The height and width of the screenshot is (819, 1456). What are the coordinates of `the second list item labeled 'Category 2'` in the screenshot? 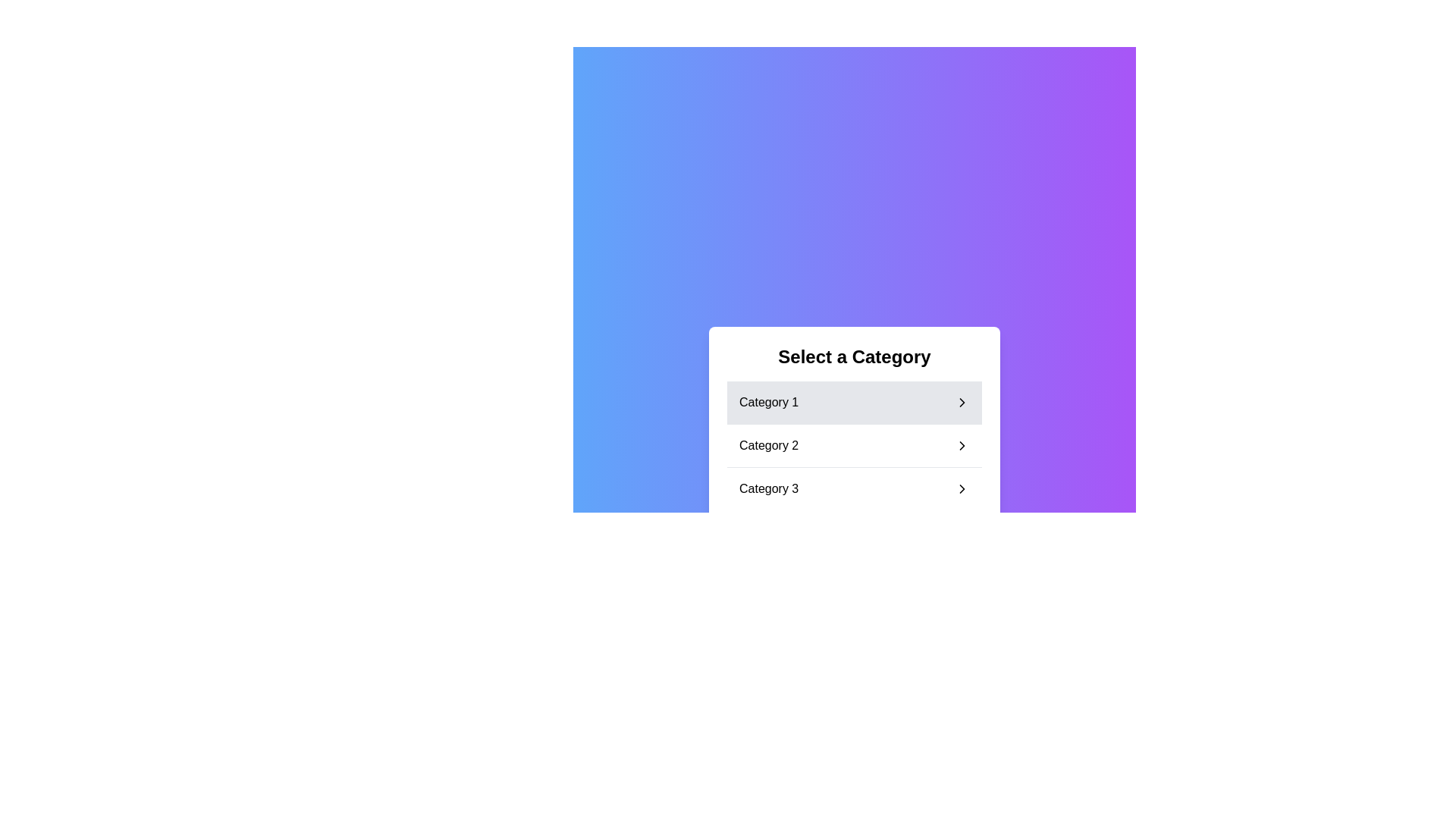 It's located at (855, 444).